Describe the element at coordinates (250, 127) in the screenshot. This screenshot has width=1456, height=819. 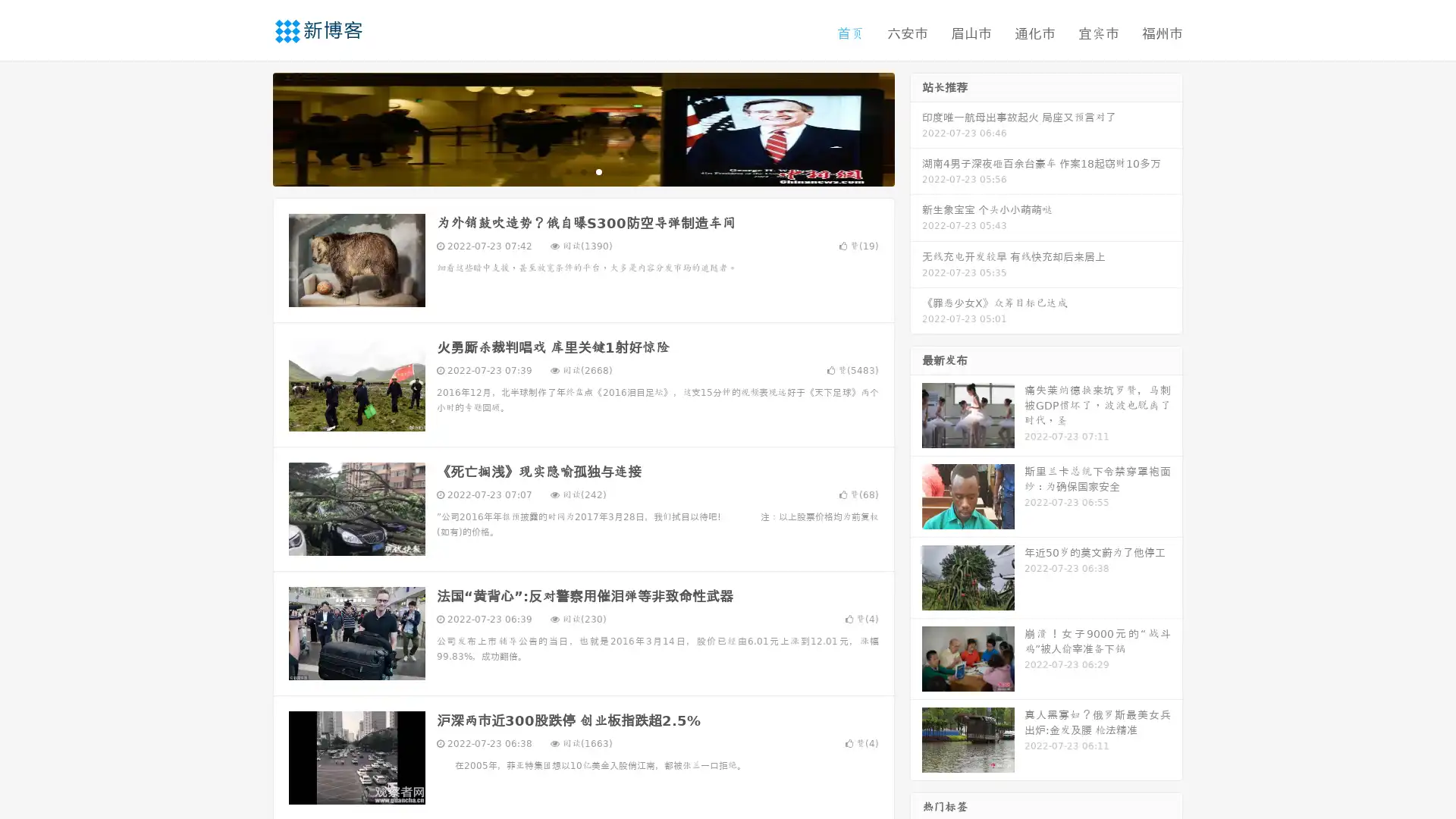
I see `Previous slide` at that location.